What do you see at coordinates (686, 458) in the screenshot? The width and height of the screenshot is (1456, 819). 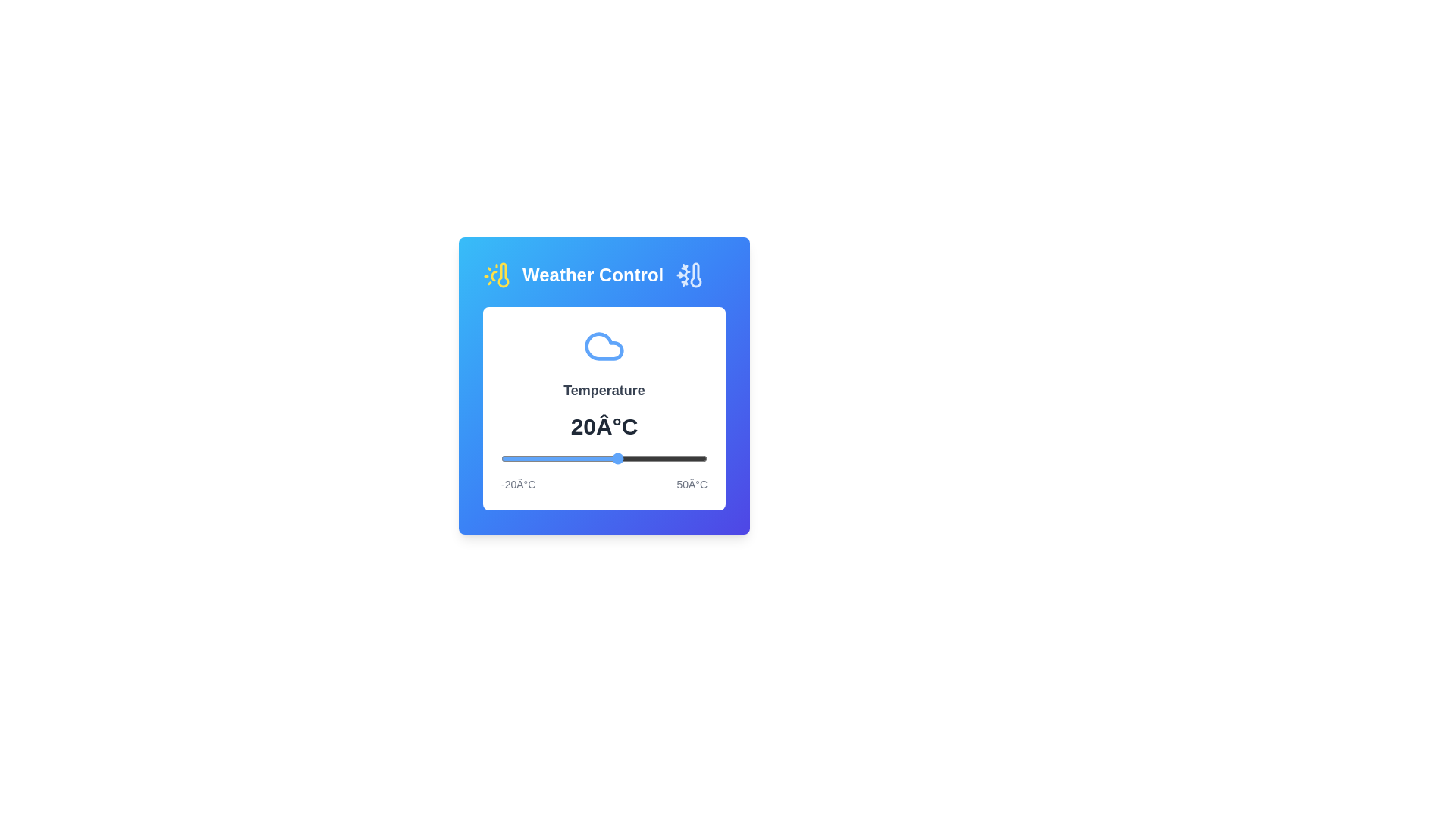 I see `the temperature to 43°C using the slider` at bounding box center [686, 458].